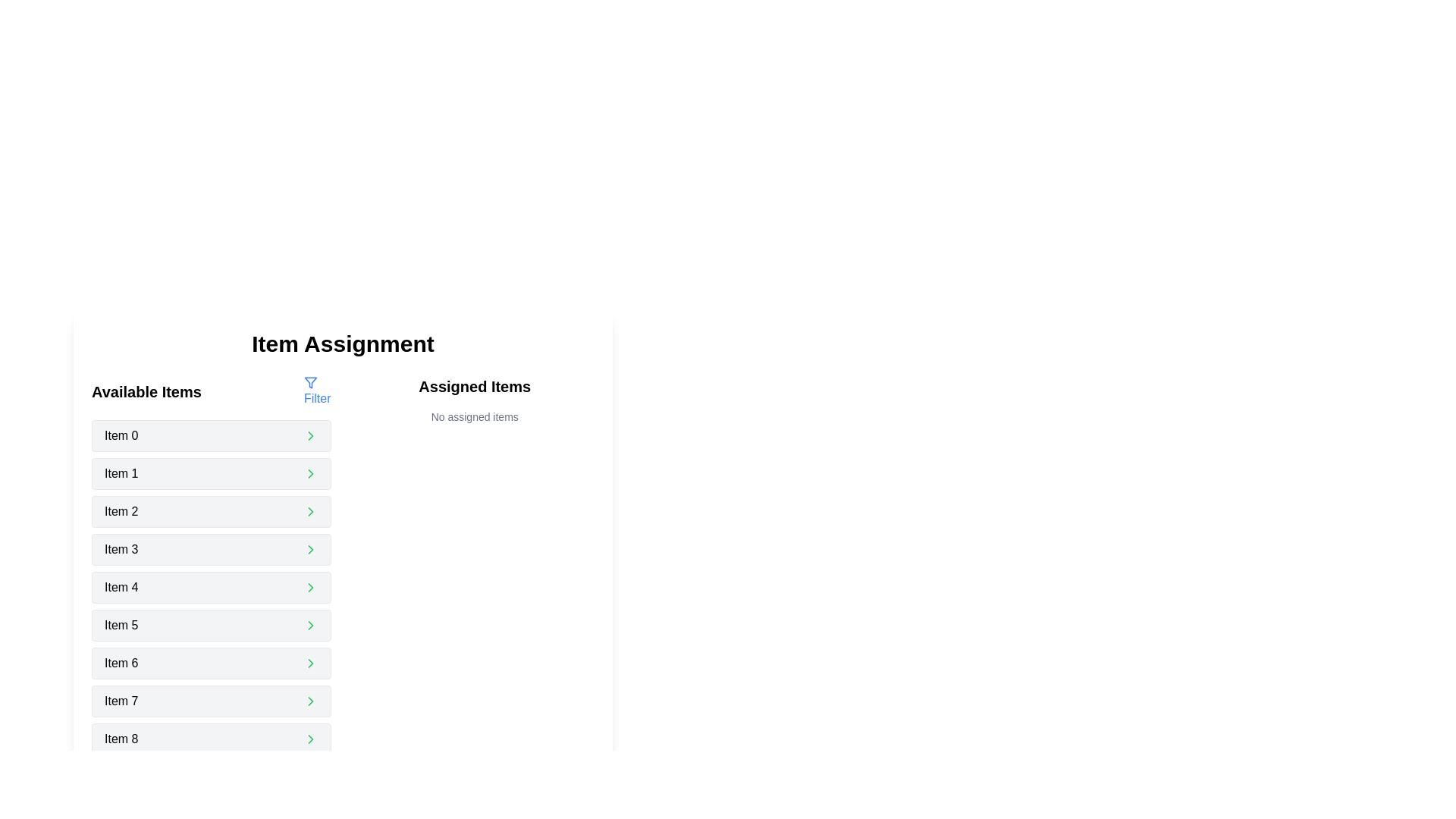 The width and height of the screenshot is (1456, 819). Describe the element at coordinates (121, 472) in the screenshot. I see `the static text label displaying 'Item 1', which is the second item under the 'Available Items' heading and is located within a styled rectangle with a light gray background` at that location.